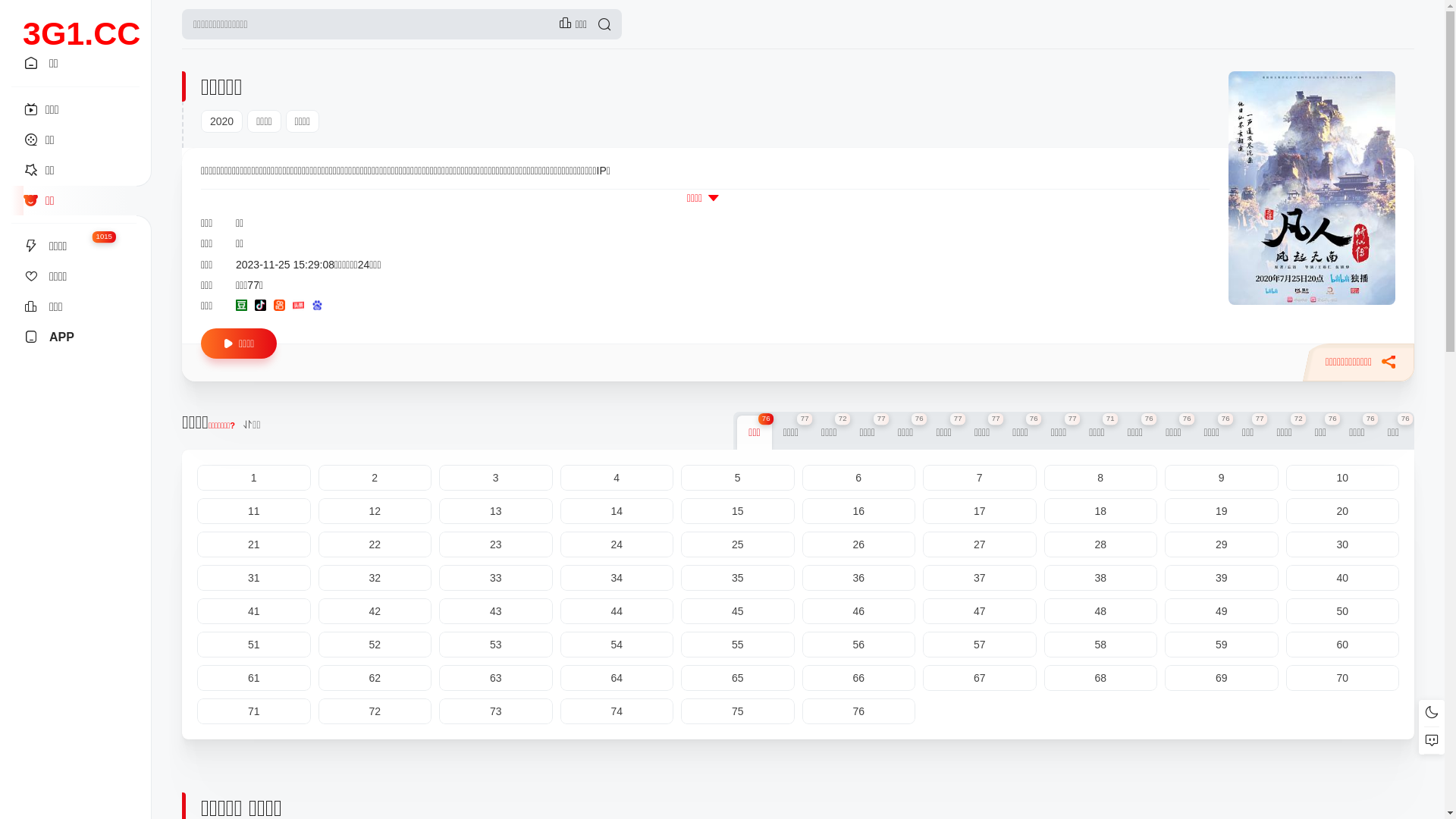 This screenshot has height=819, width=1456. What do you see at coordinates (318, 677) in the screenshot?
I see `'62'` at bounding box center [318, 677].